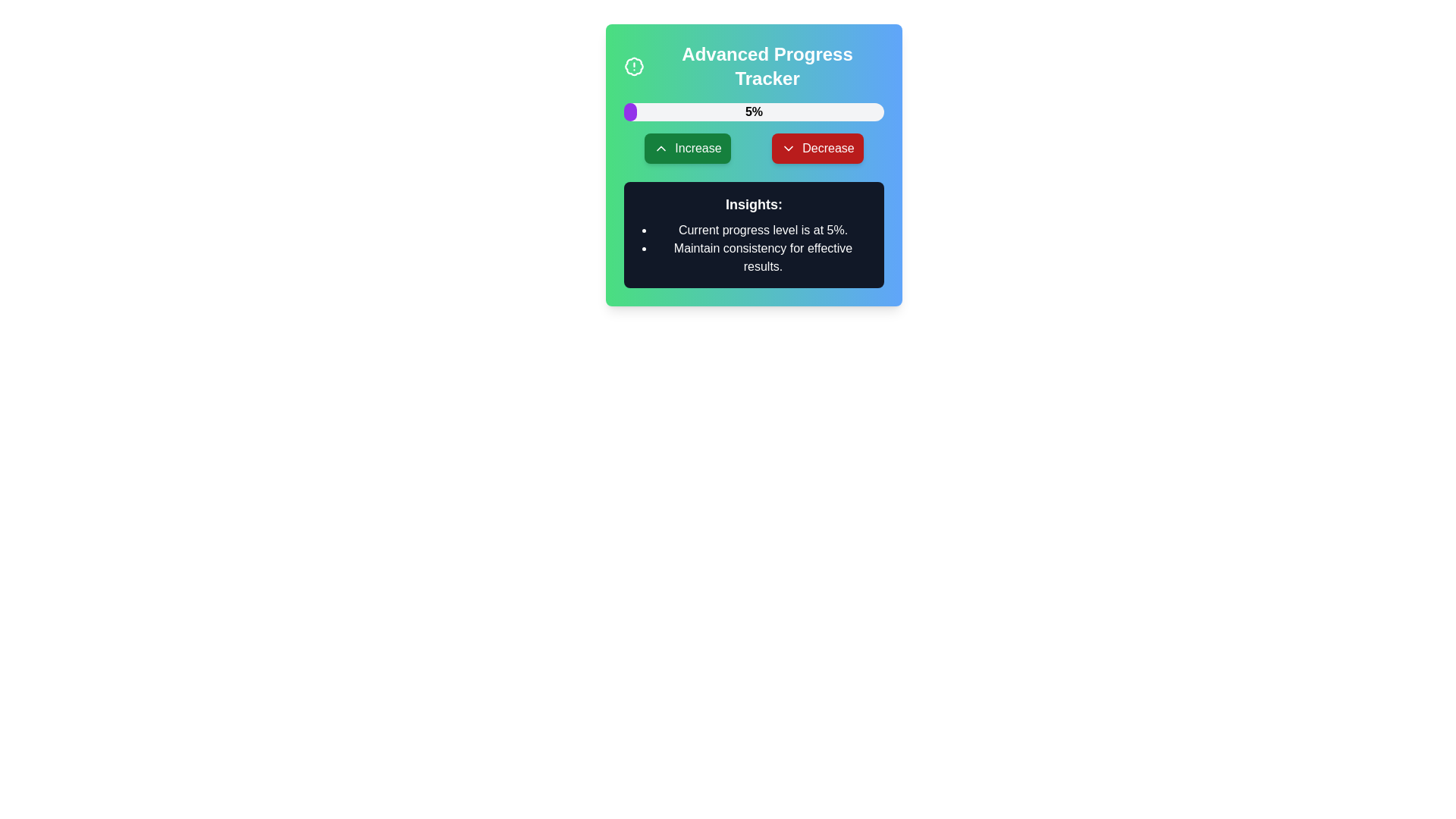 This screenshot has height=819, width=1456. What do you see at coordinates (789, 149) in the screenshot?
I see `the chevron-down icon, which is styled with a thin stroke in white color and positioned to the left of the 'Decrease' text inside a red button` at bounding box center [789, 149].